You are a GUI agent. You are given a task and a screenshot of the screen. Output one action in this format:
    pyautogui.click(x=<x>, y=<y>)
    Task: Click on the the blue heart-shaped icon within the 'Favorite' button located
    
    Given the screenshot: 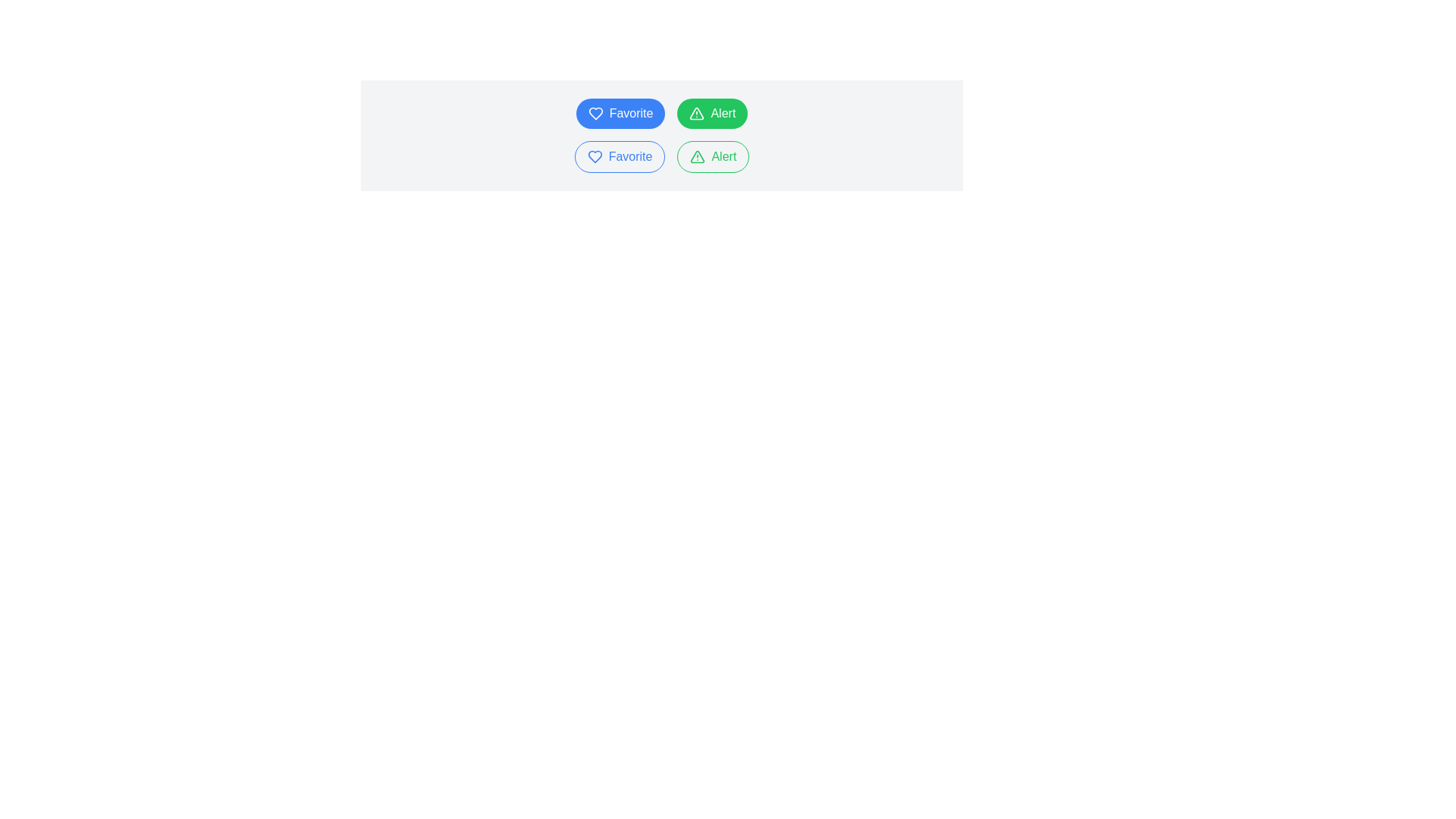 What is the action you would take?
    pyautogui.click(x=594, y=157)
    